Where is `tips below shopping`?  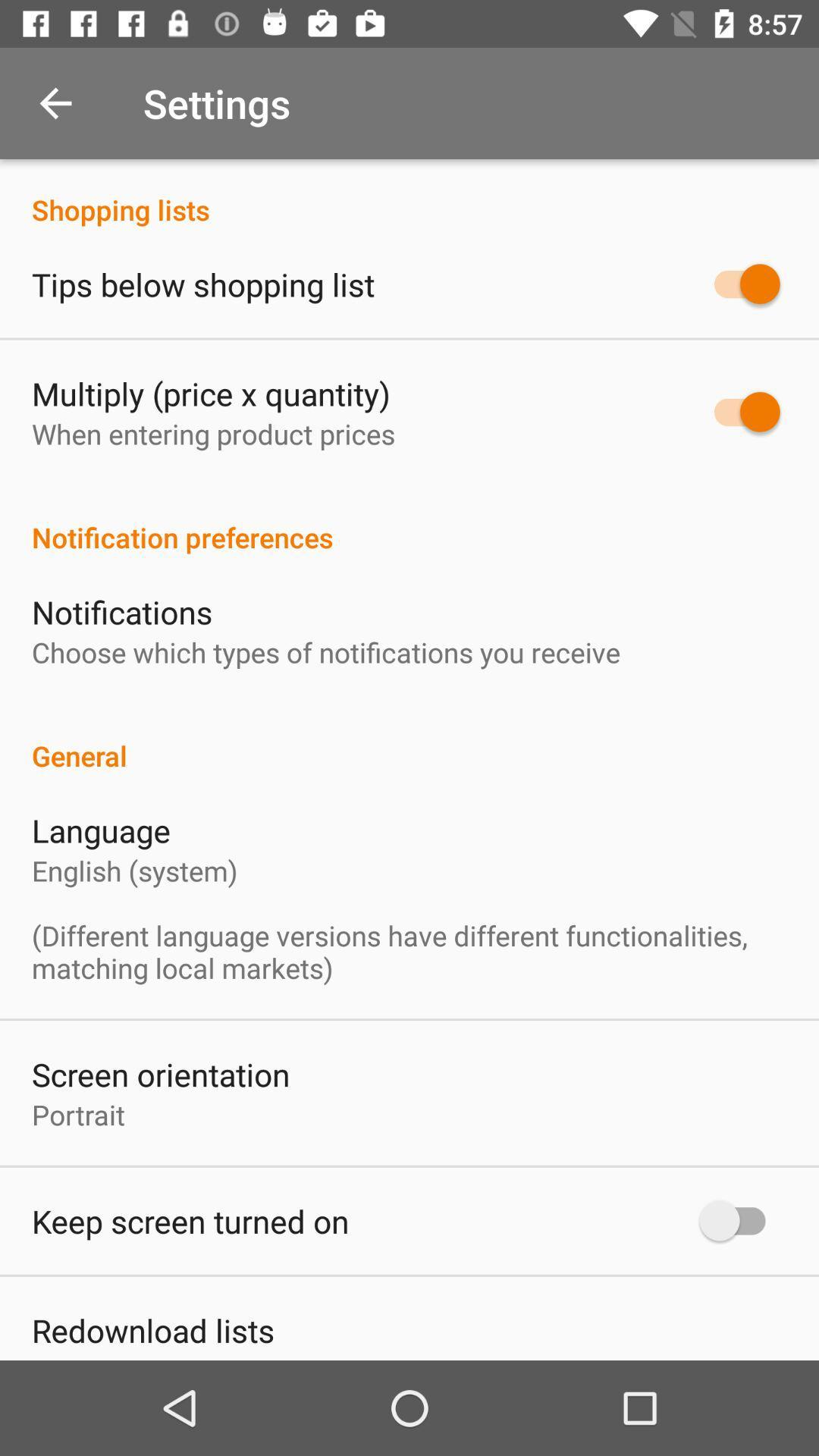
tips below shopping is located at coordinates (202, 284).